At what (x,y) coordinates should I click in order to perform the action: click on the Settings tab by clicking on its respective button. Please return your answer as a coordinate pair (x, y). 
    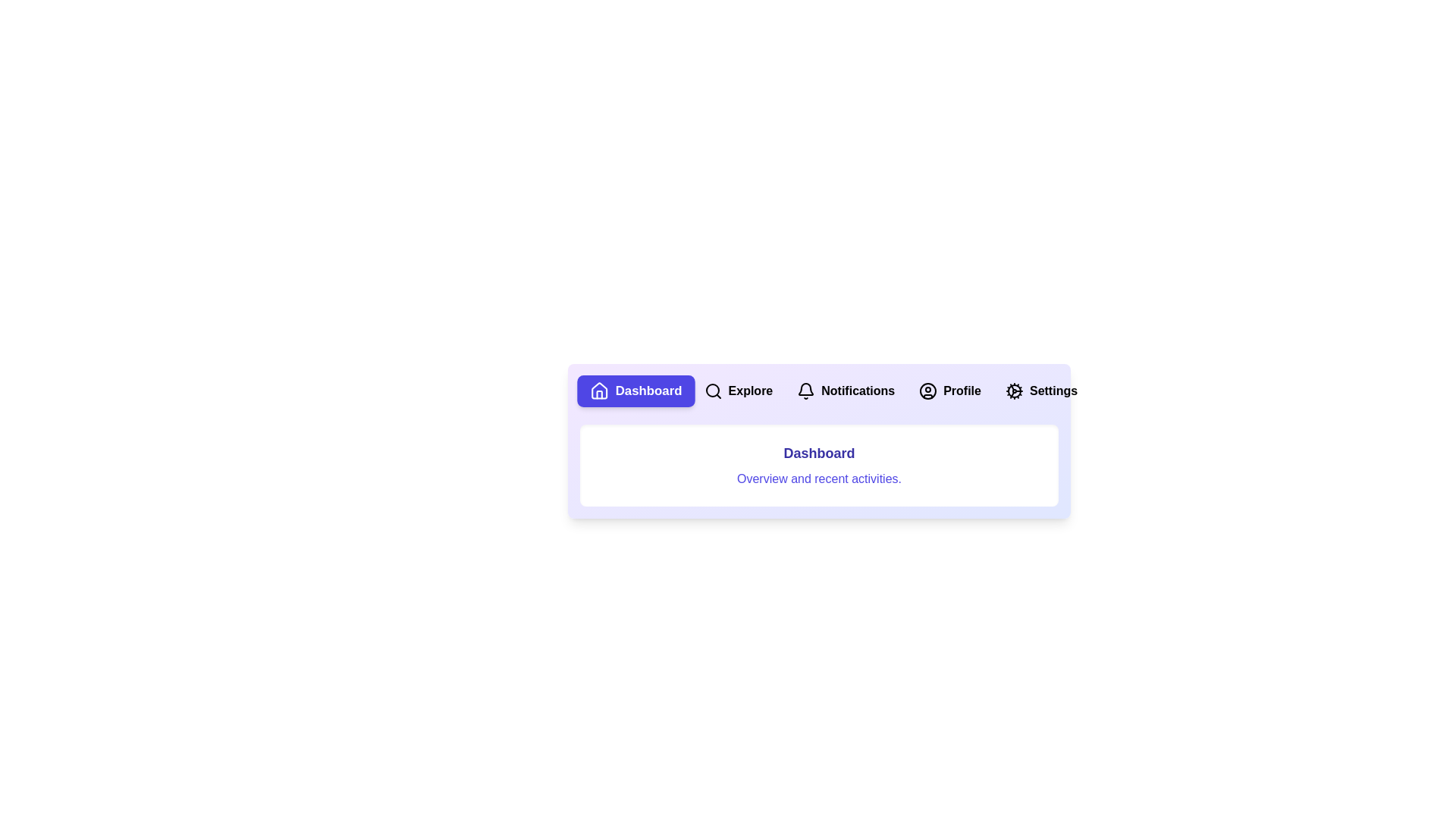
    Looking at the image, I should click on (1040, 391).